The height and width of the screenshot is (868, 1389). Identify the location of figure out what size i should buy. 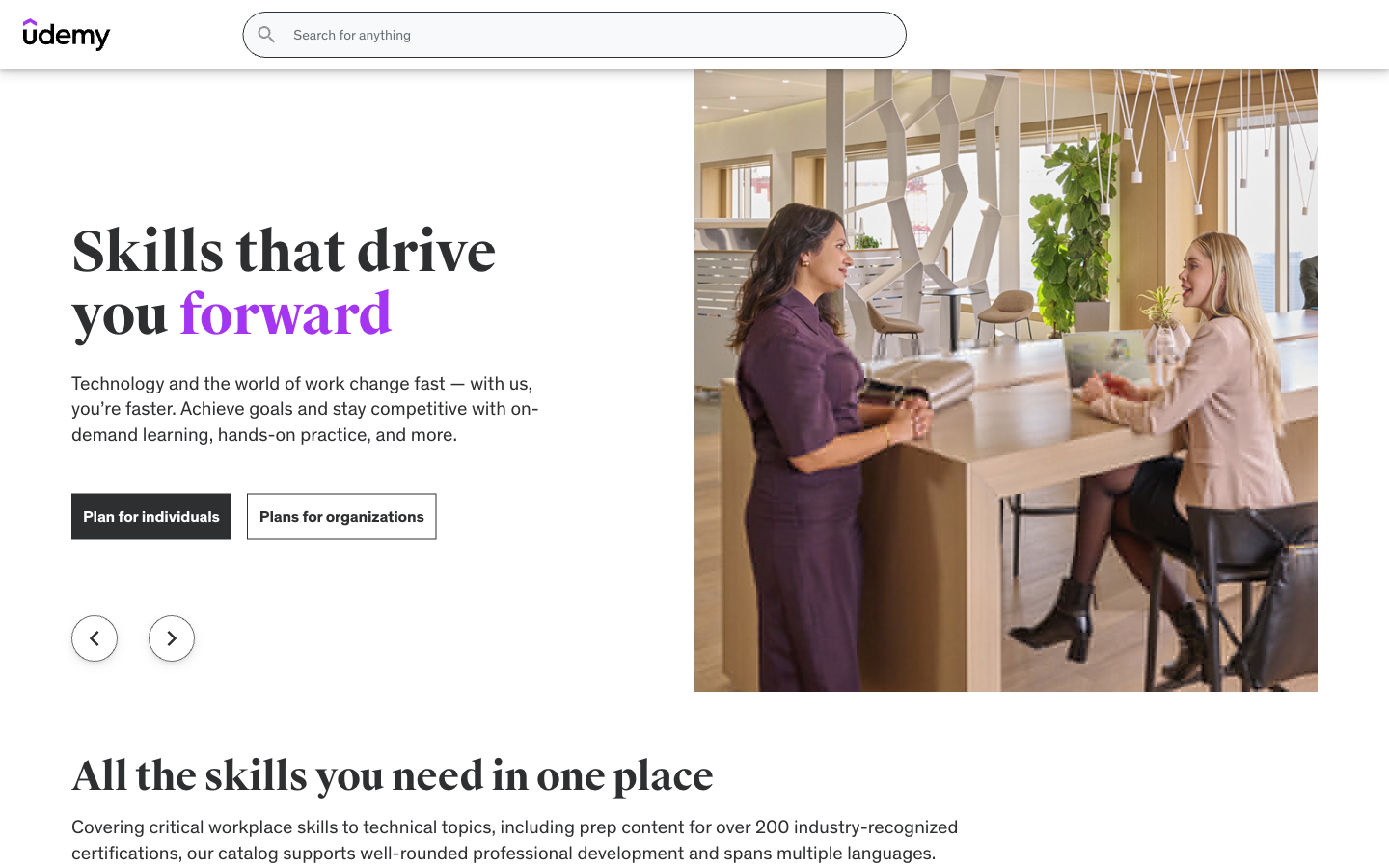
(1228, 421).